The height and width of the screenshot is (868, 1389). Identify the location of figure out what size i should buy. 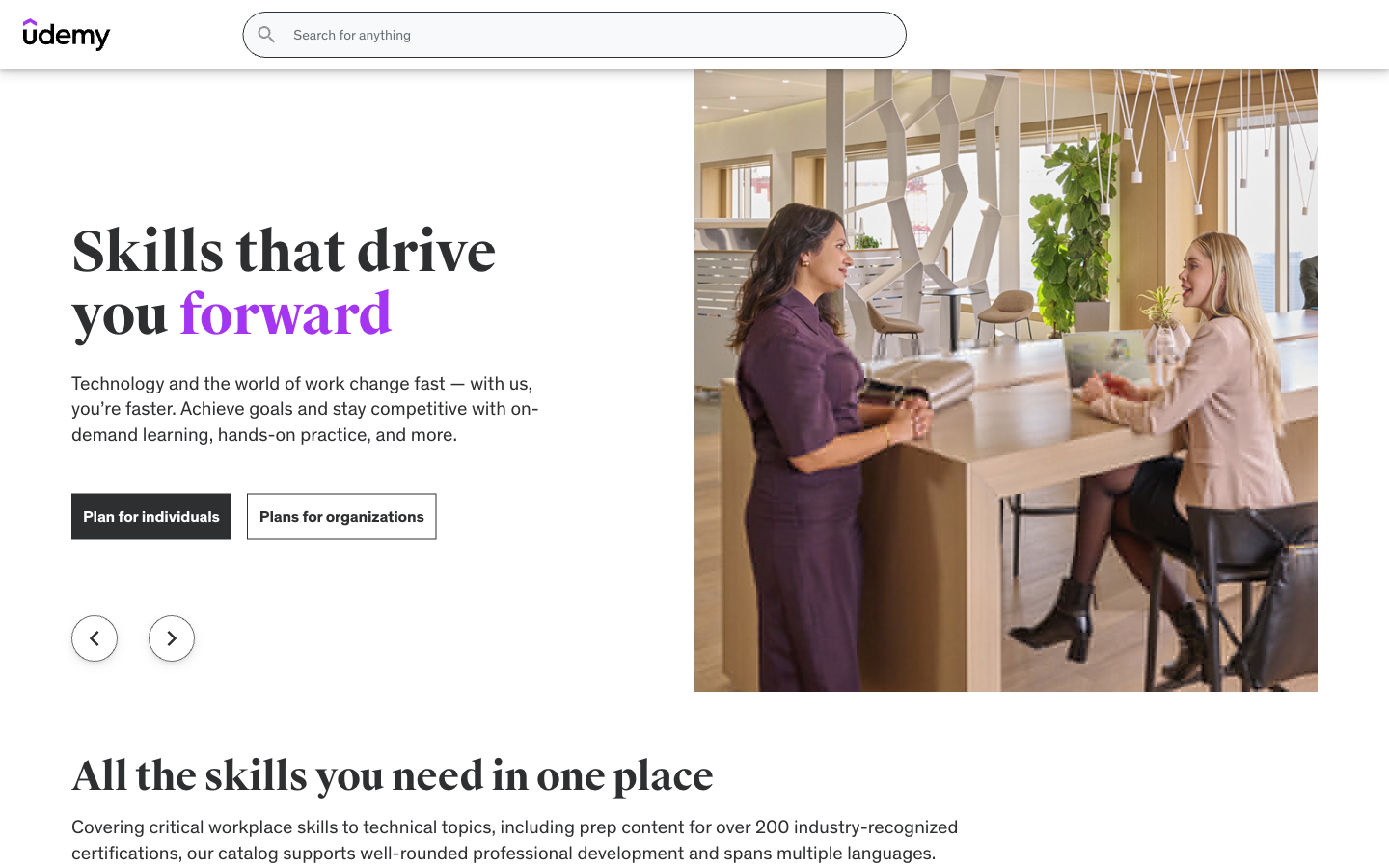
(1228, 421).